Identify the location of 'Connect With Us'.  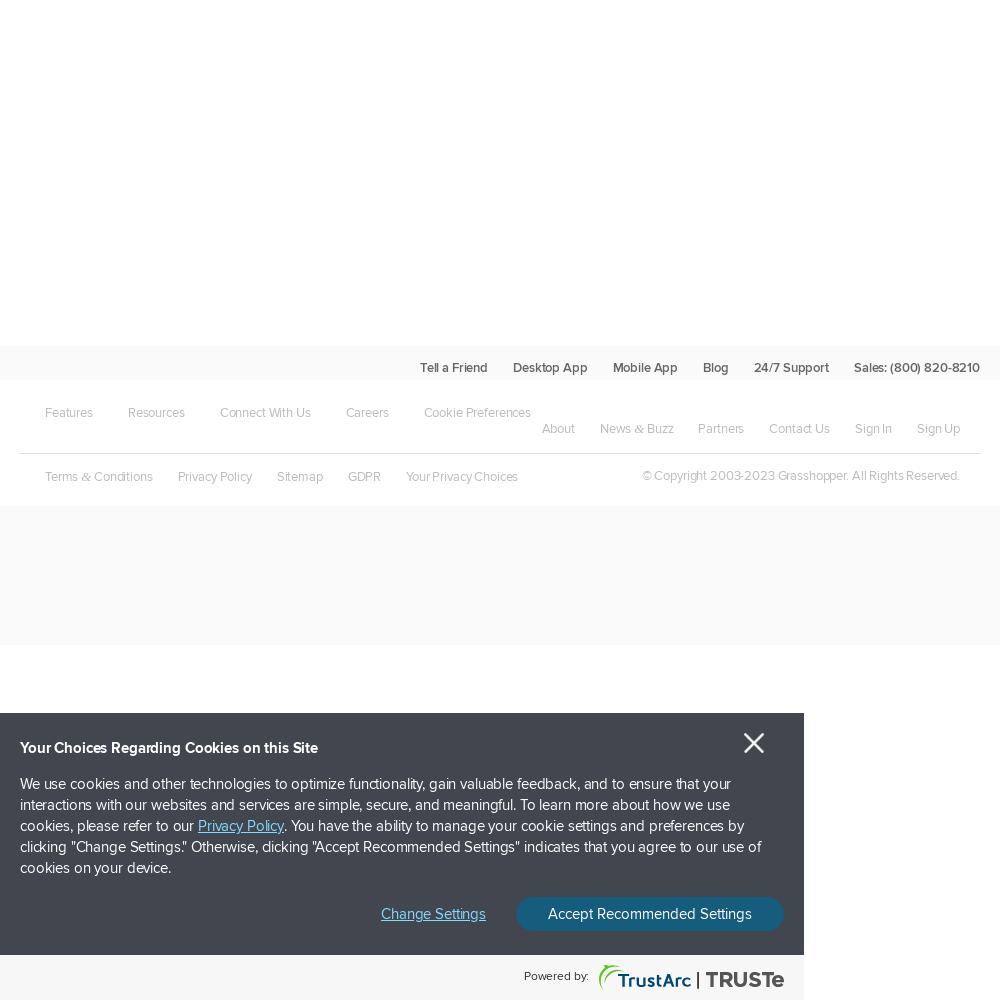
(264, 412).